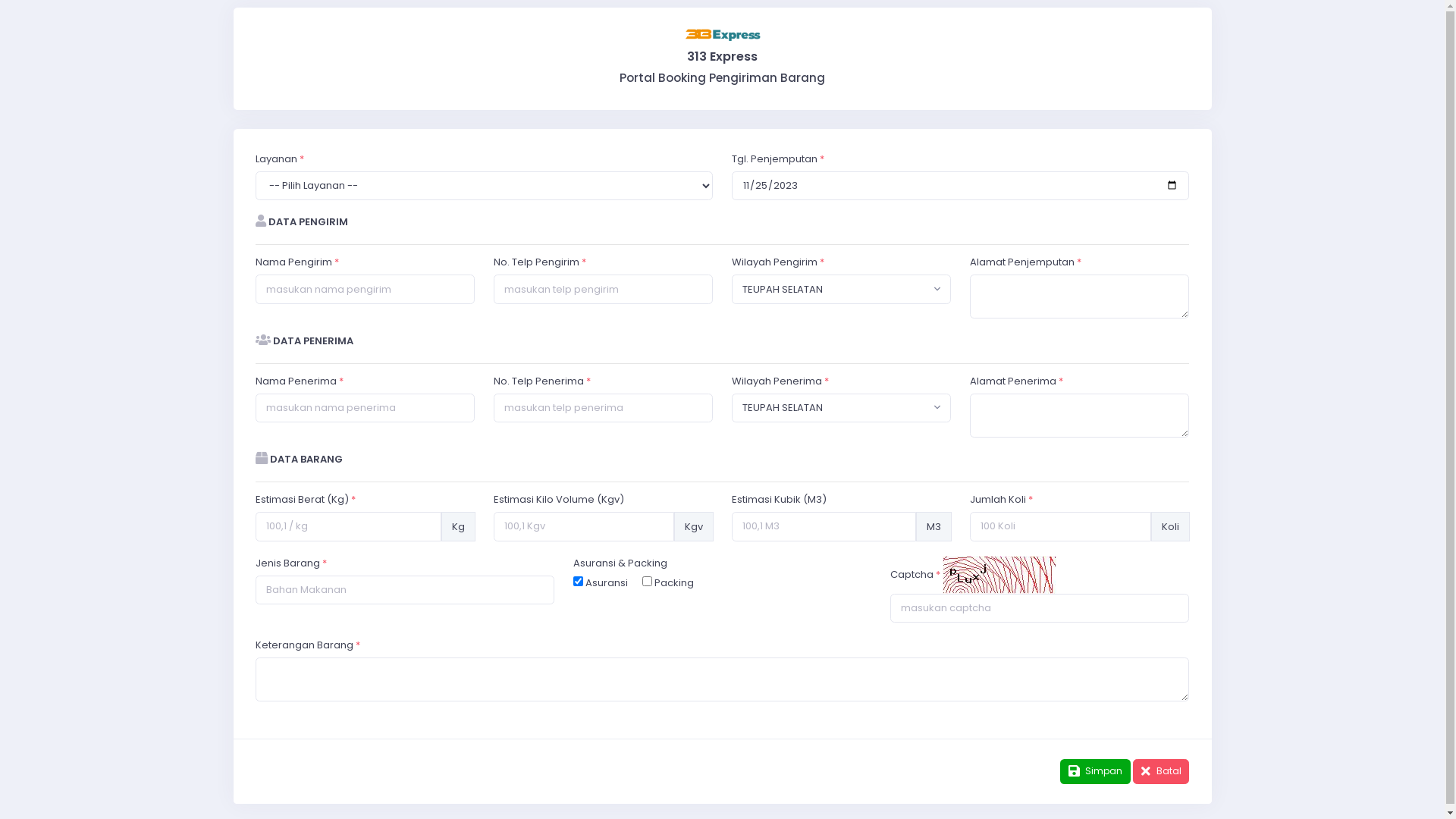 The height and width of the screenshot is (819, 1456). Describe the element at coordinates (1160, 771) in the screenshot. I see `'Batal'` at that location.